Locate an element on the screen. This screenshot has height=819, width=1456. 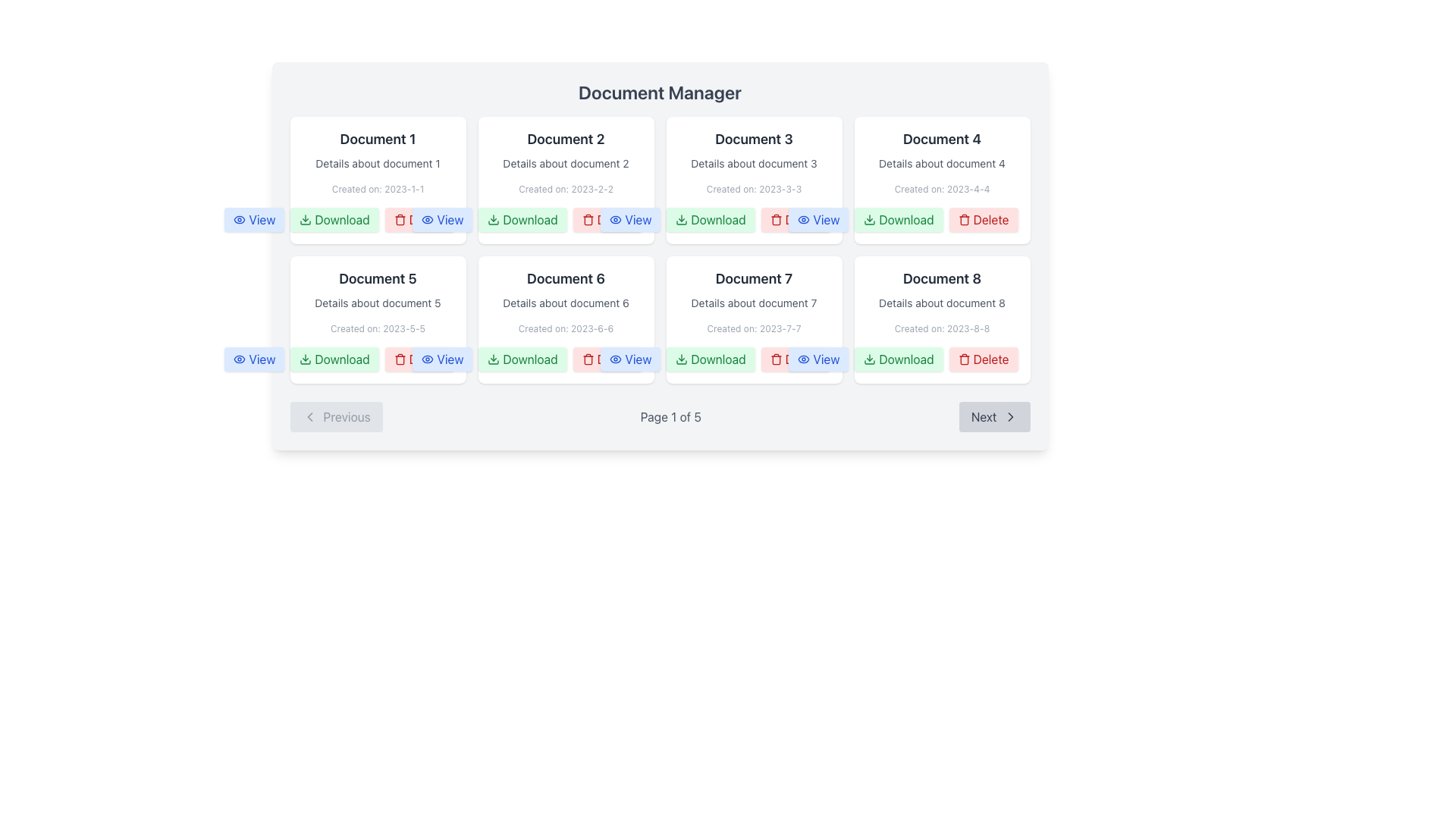
the panel displaying details for 'Document 3' is located at coordinates (754, 180).